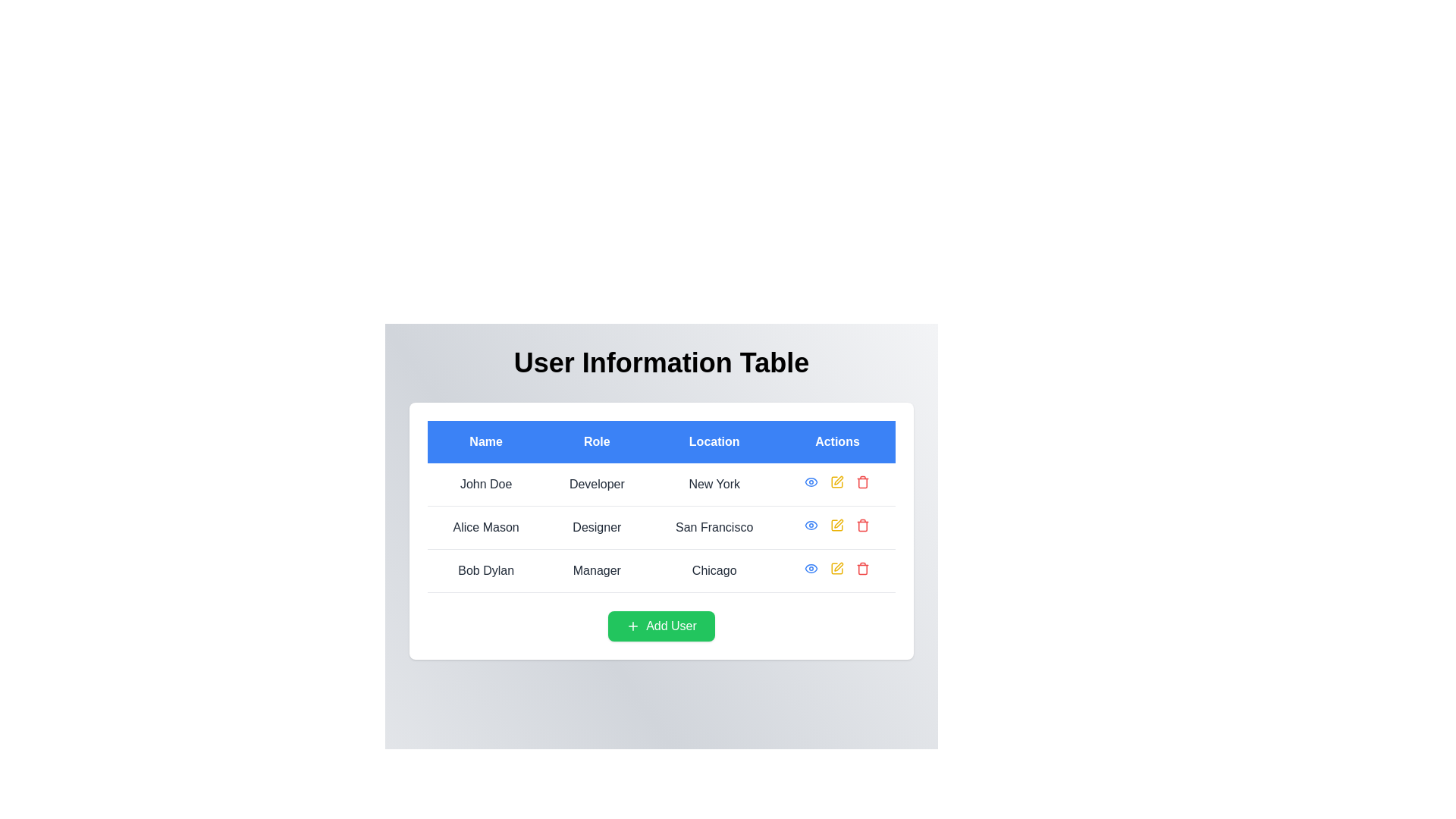 This screenshot has height=819, width=1456. Describe the element at coordinates (836, 482) in the screenshot. I see `the edit icon located in the 'Actions' column of the second row for user 'Alice Mason' in the user information table` at that location.